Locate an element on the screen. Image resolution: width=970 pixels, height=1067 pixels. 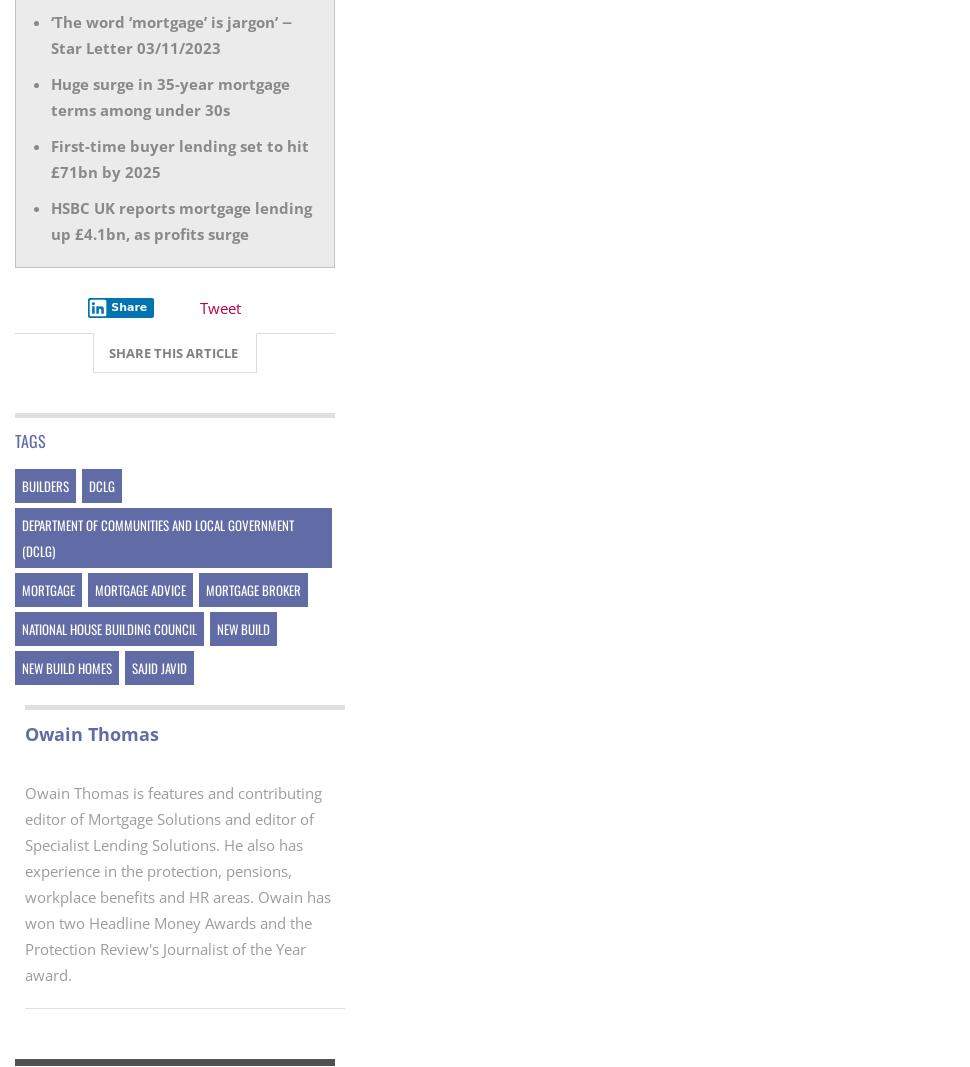
'DCLG' is located at coordinates (88, 485).